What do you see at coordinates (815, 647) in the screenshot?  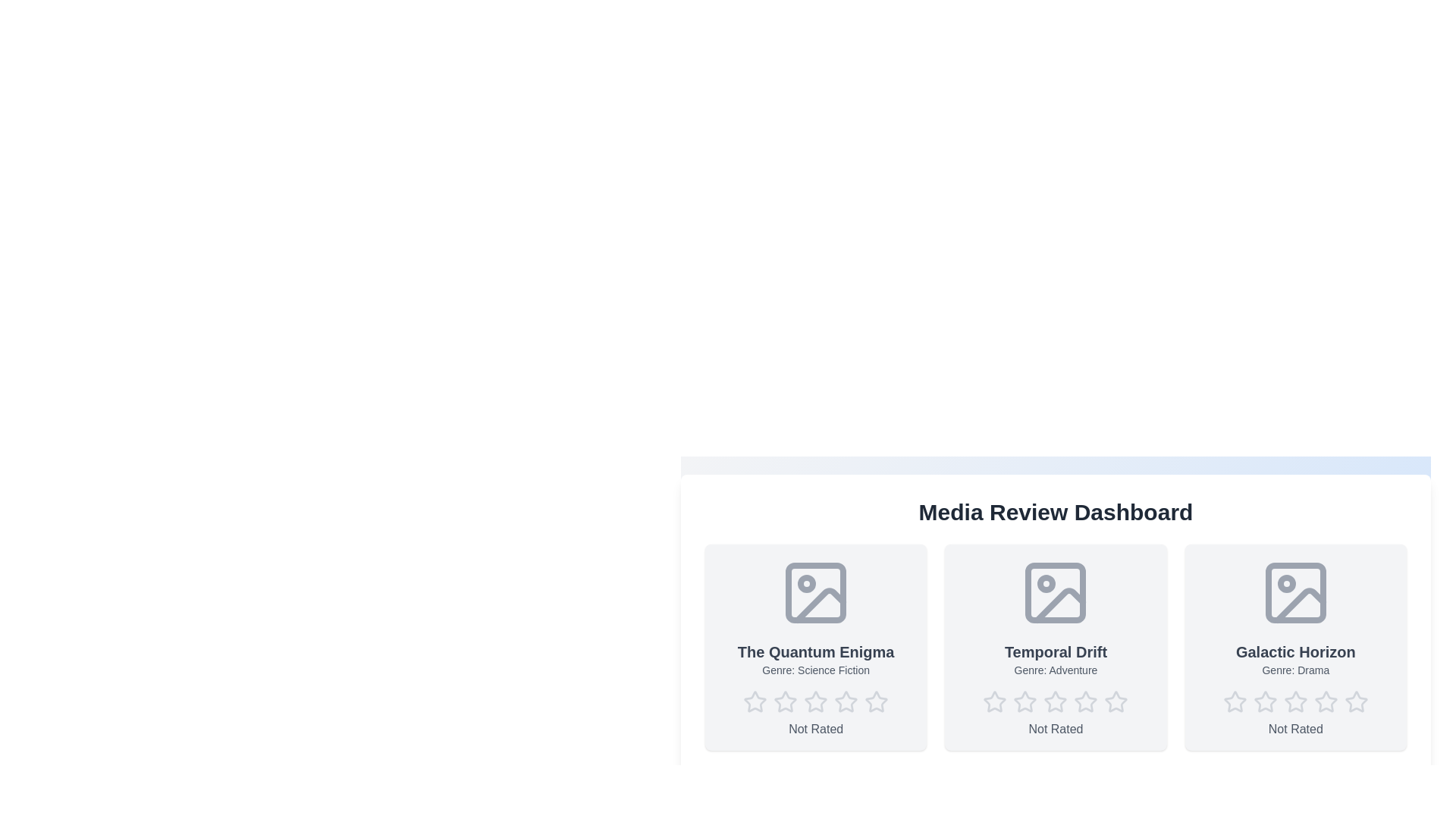 I see `the media card for The Quantum Enigma` at bounding box center [815, 647].